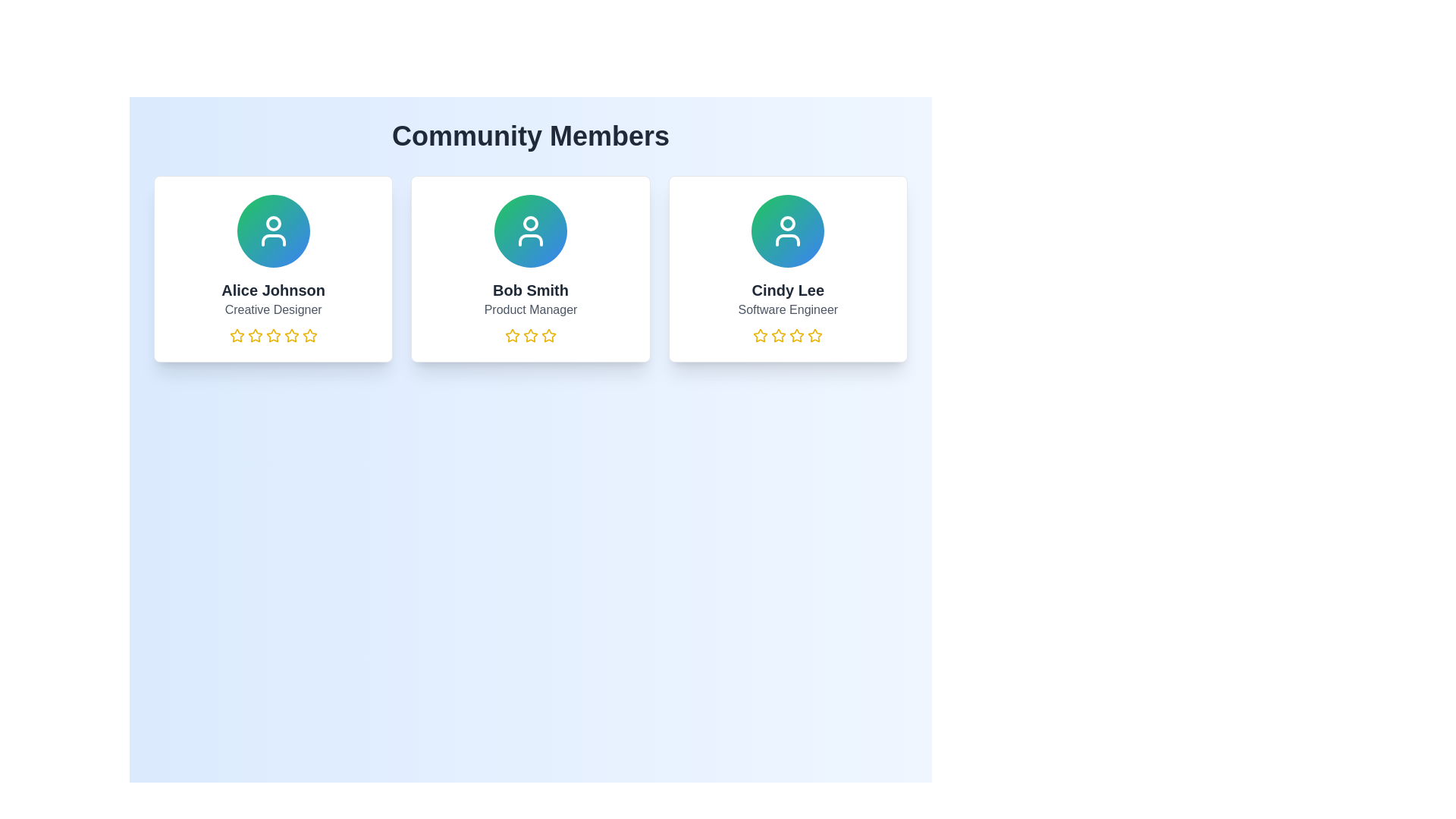 The height and width of the screenshot is (819, 1456). I want to click on the Avatar or Profile Image Icon located in the upper central section of the 'Alice Johnson' card in the 'Community Members' section, so click(273, 231).